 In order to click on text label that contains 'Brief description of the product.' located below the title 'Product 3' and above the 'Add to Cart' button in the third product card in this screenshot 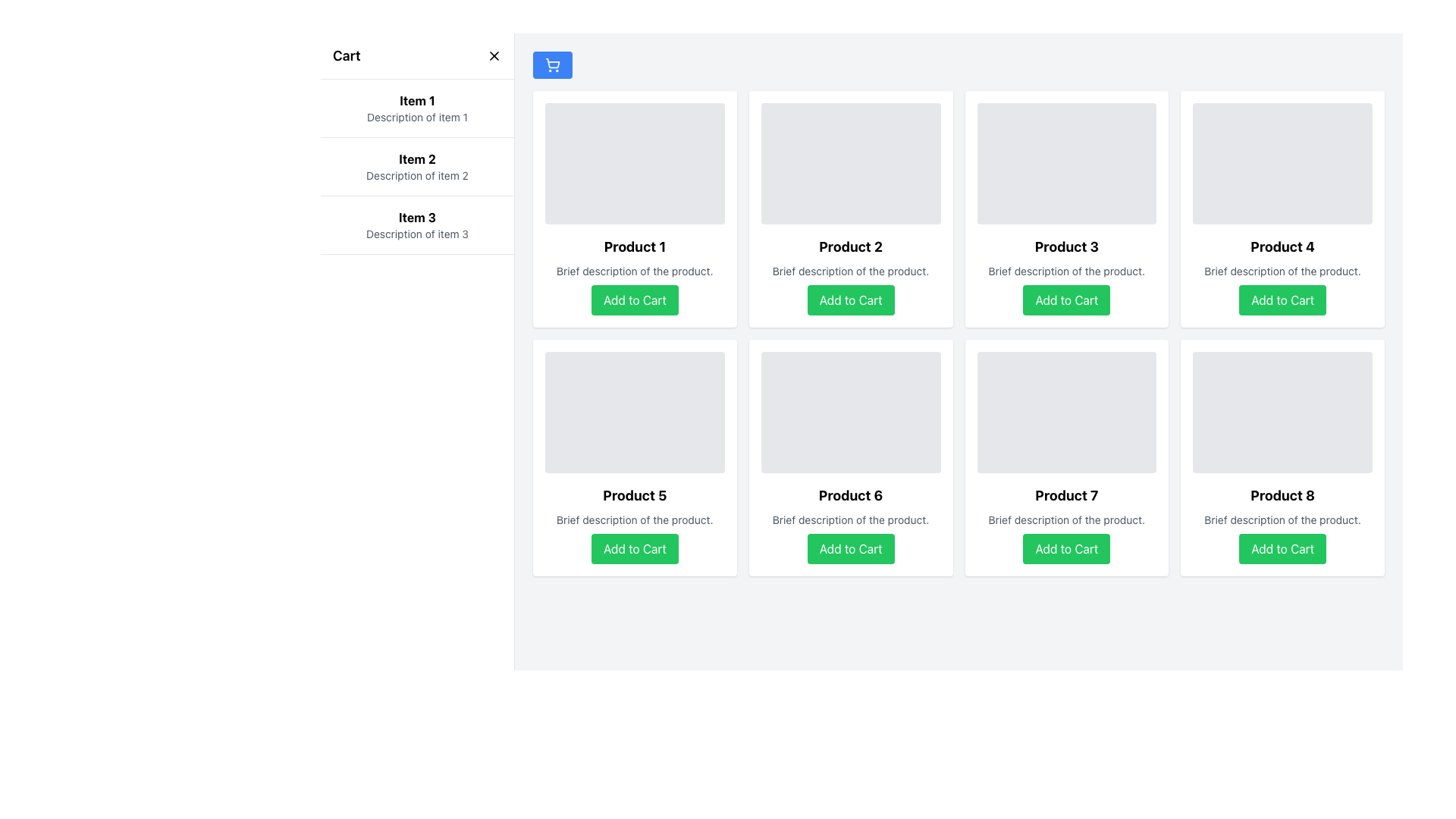, I will do `click(1065, 271)`.